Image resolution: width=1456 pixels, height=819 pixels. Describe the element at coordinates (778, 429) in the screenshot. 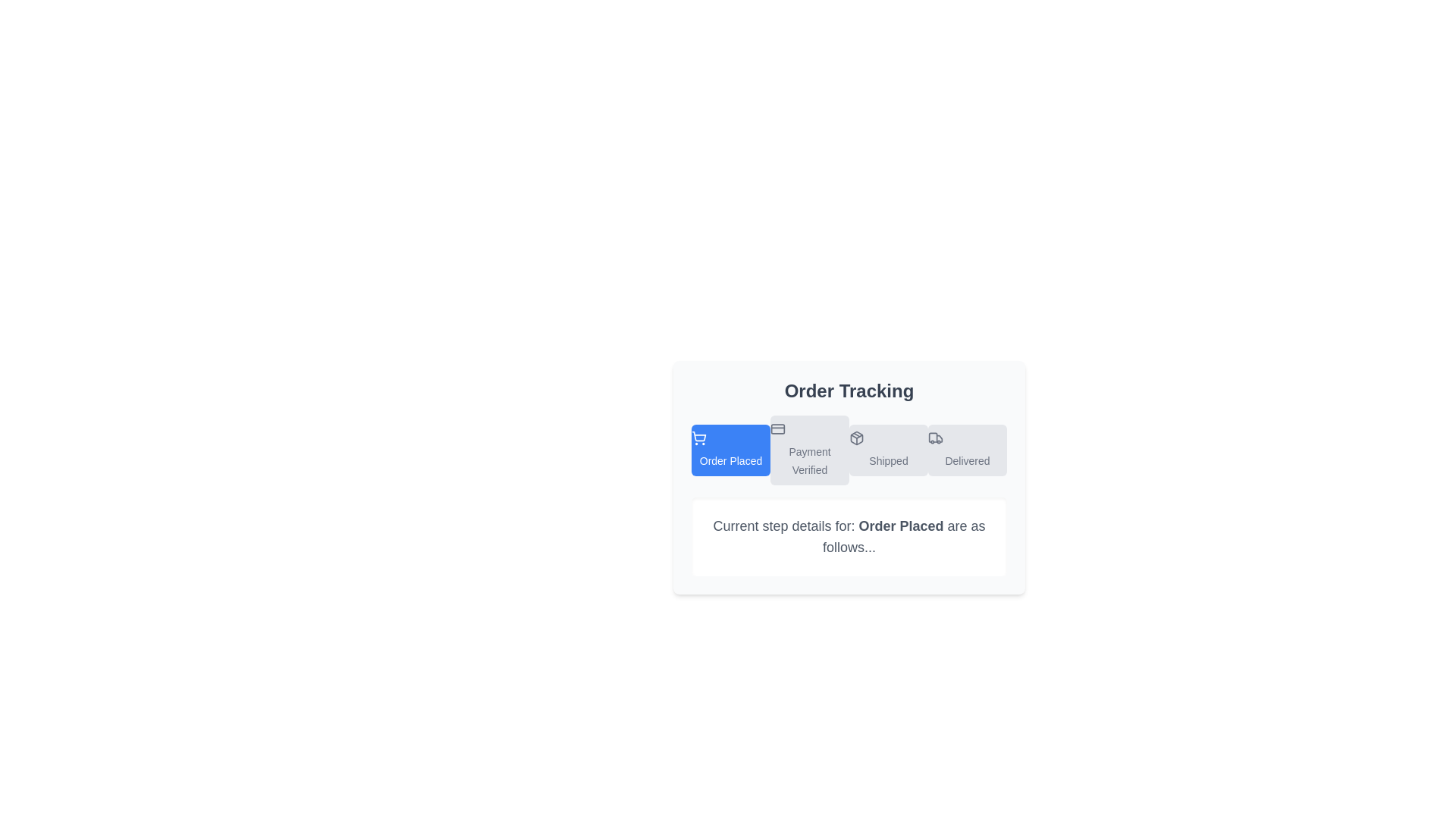

I see `the credit card icon in the 'Order Tracking' tab of the navigation bar, which is positioned between the 'Order Placed' and 'Shipped' tabs` at that location.